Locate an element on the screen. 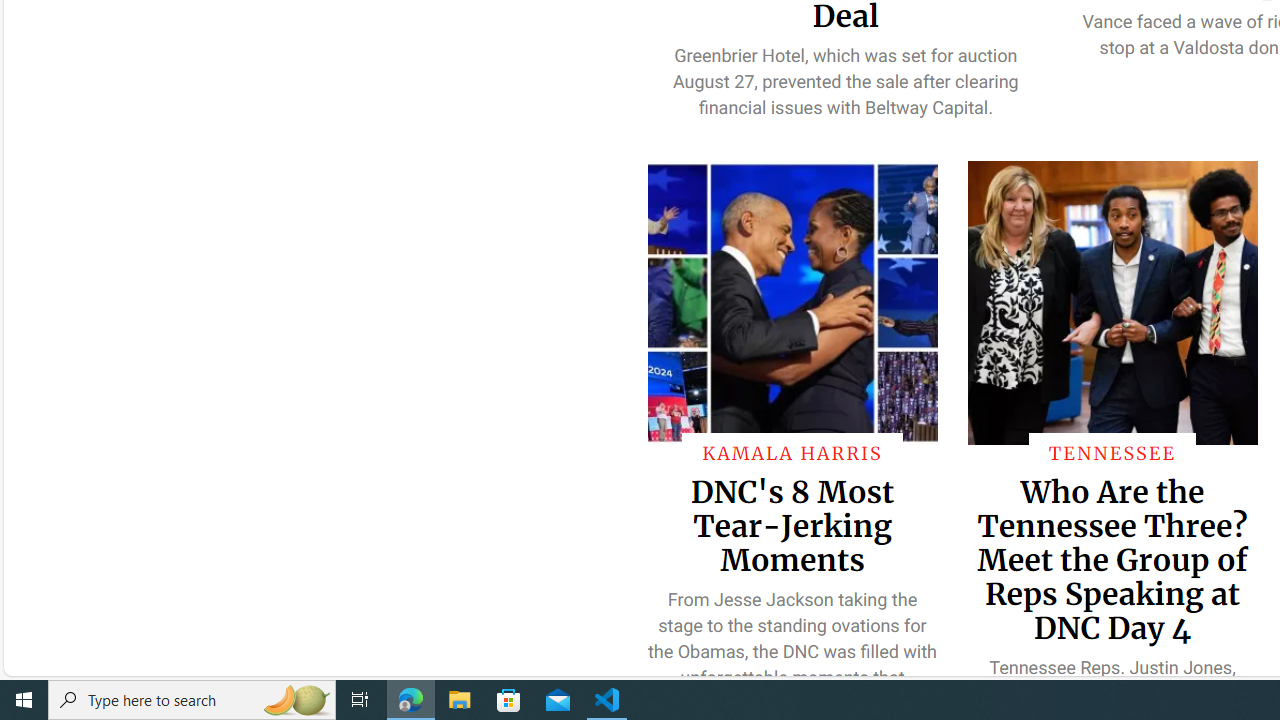 This screenshot has height=720, width=1280. 'Start' is located at coordinates (24, 698).